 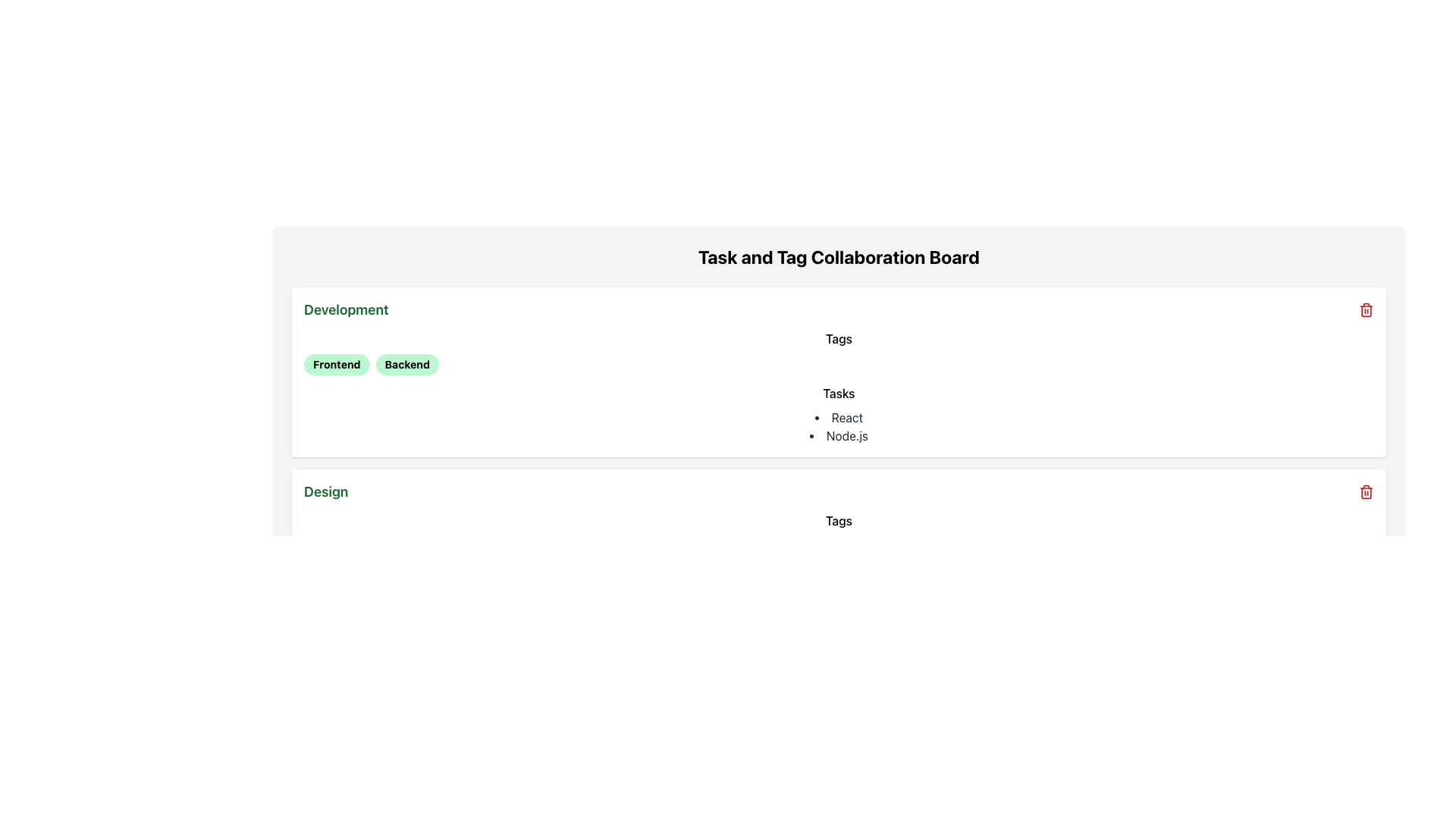 I want to click on the text label 'Design', which is styled in bold green font and positioned as a section heading in the lower part of the displayed section, so click(x=325, y=491).